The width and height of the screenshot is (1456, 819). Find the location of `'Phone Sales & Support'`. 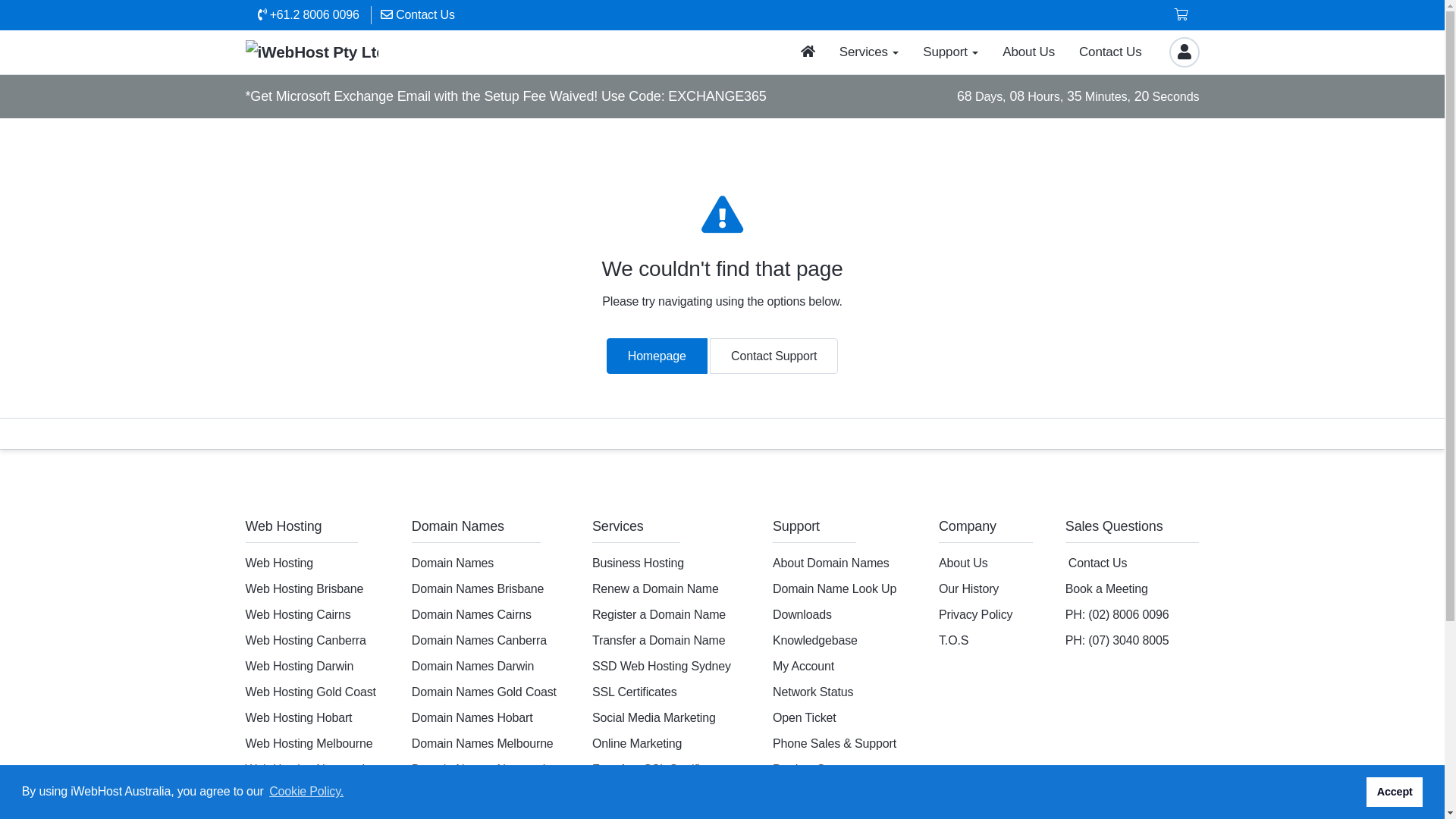

'Phone Sales & Support' is located at coordinates (772, 742).